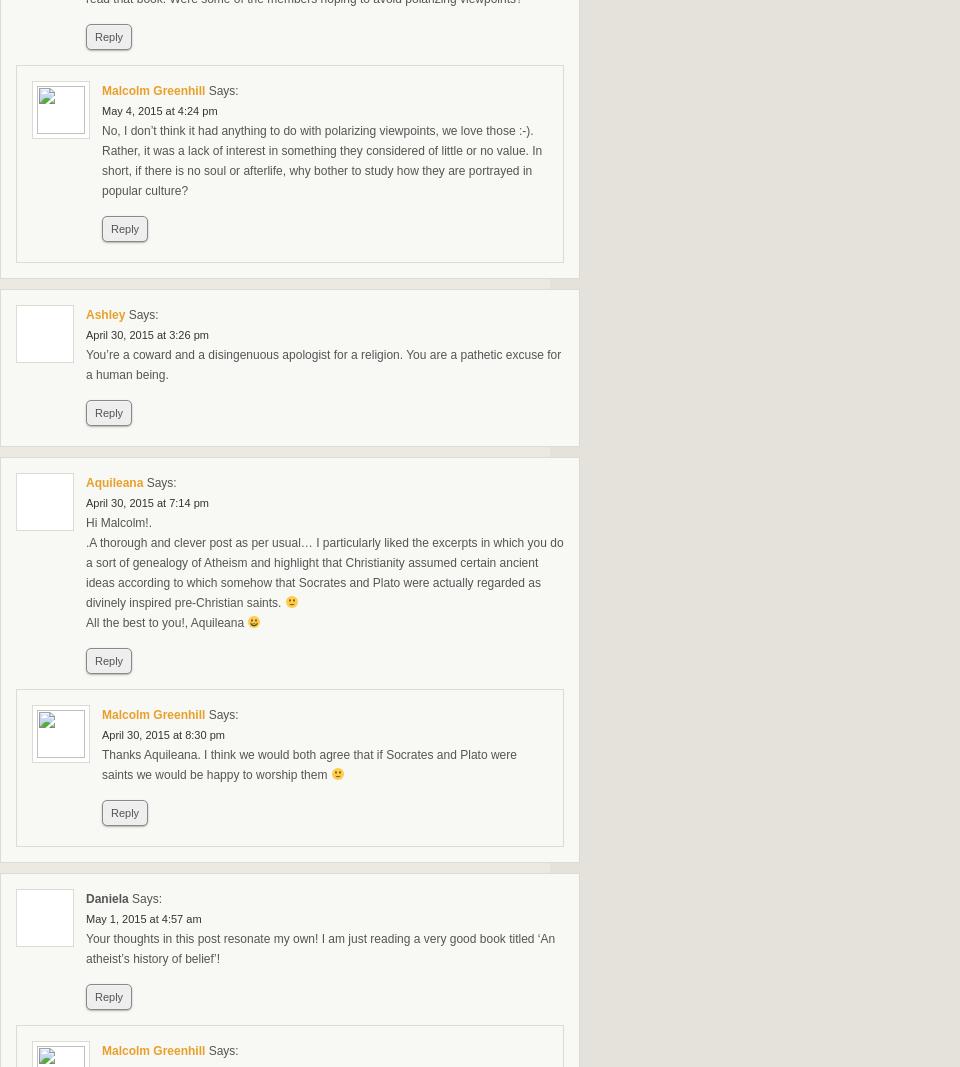 This screenshot has height=1067, width=960. Describe the element at coordinates (165, 623) in the screenshot. I see `'All the best to you!, Aquileana'` at that location.